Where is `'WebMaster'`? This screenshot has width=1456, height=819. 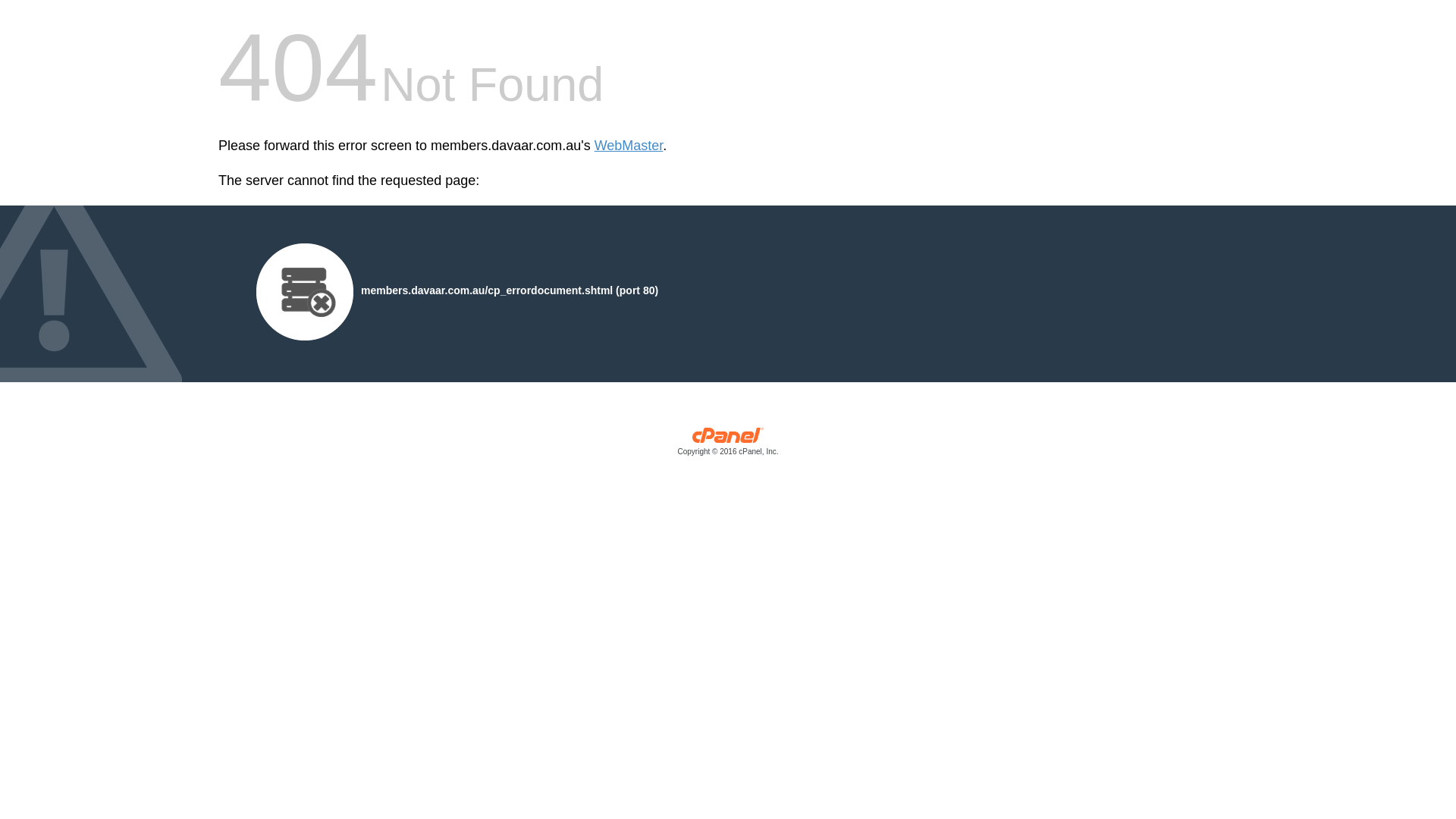
'WebMaster' is located at coordinates (629, 146).